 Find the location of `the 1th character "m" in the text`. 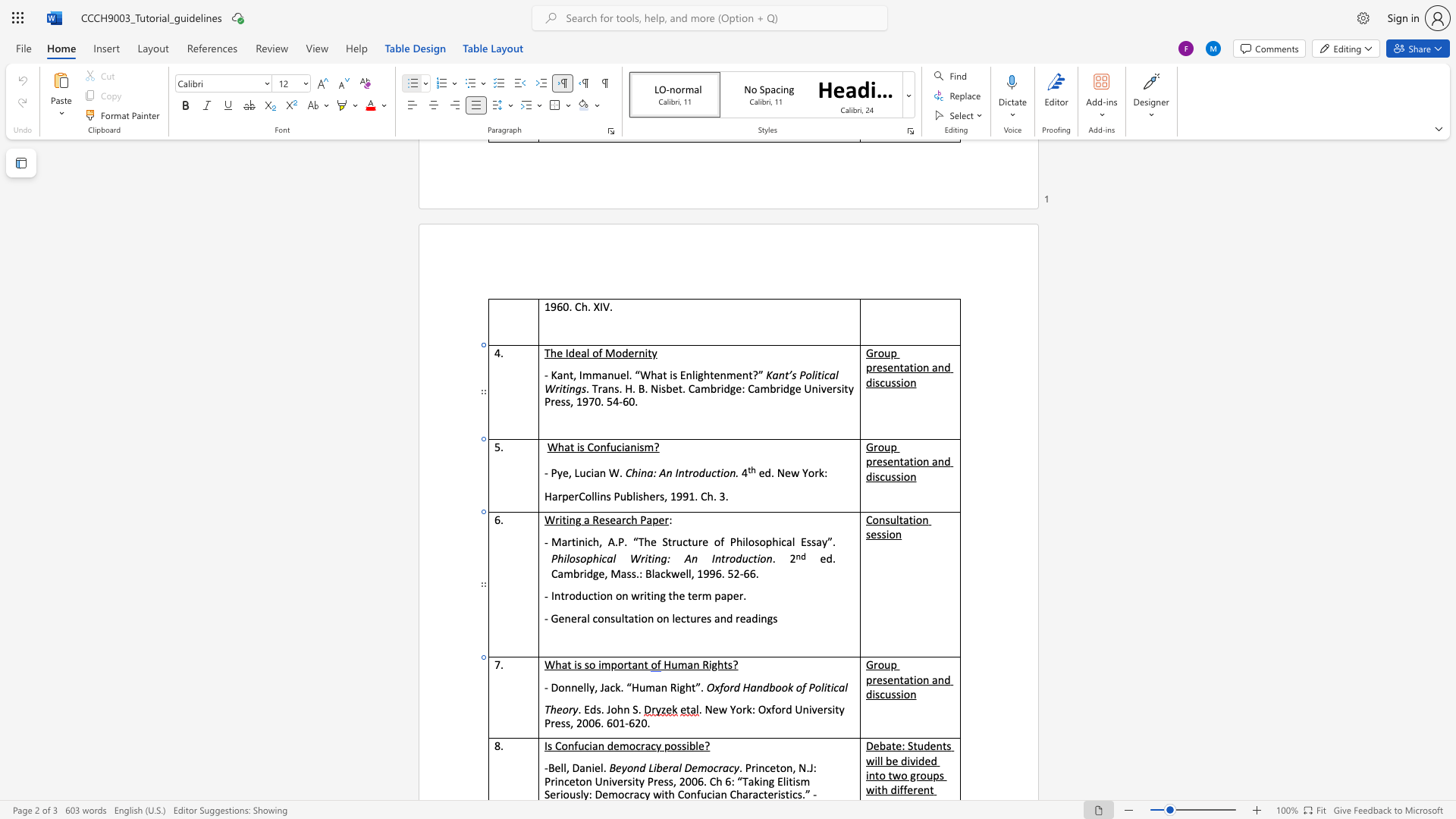

the 1th character "m" in the text is located at coordinates (605, 664).